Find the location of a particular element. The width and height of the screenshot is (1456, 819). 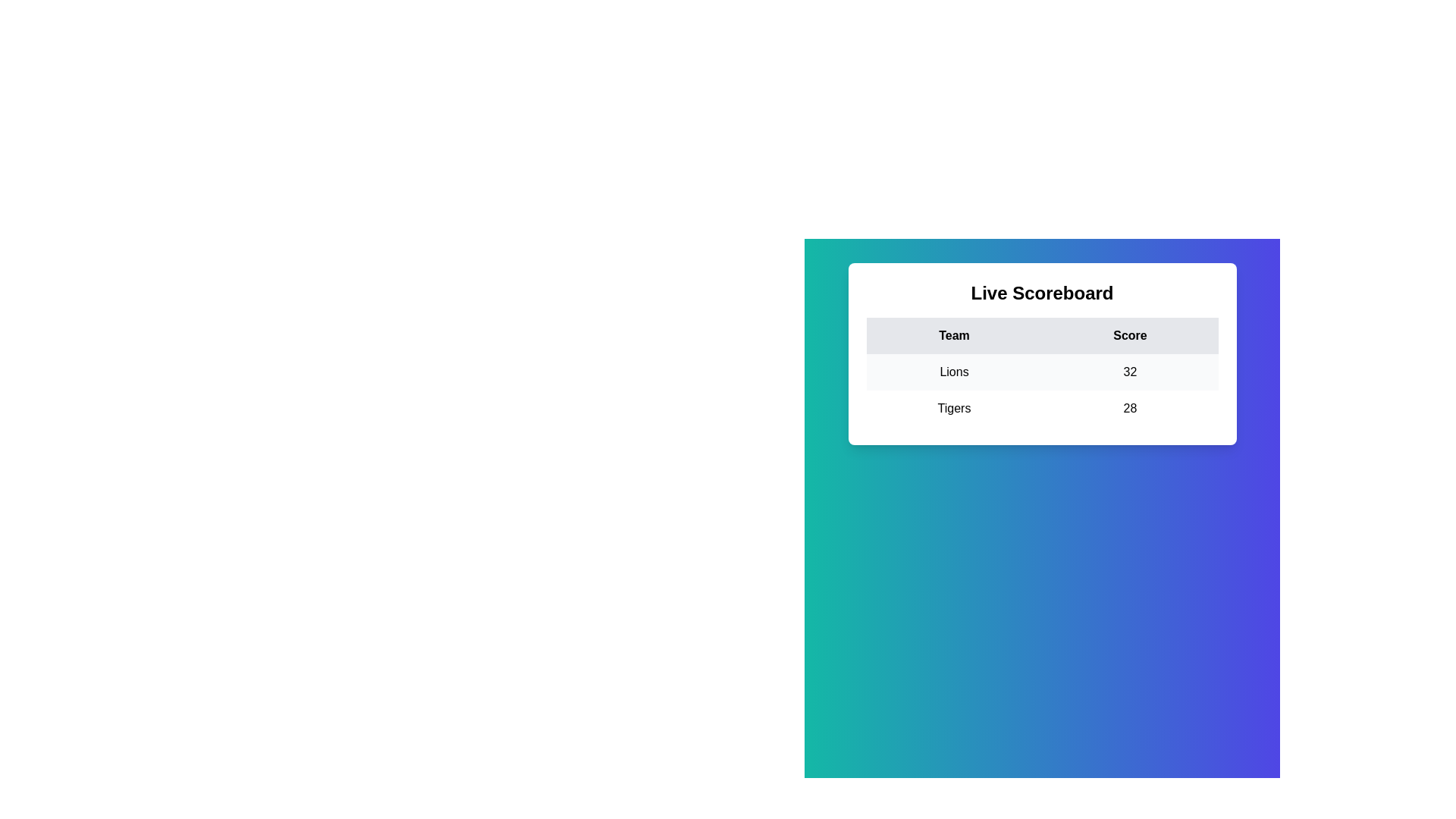

the text display element showing the number '28', which is bold and centered within its cell in the table structure is located at coordinates (1130, 408).